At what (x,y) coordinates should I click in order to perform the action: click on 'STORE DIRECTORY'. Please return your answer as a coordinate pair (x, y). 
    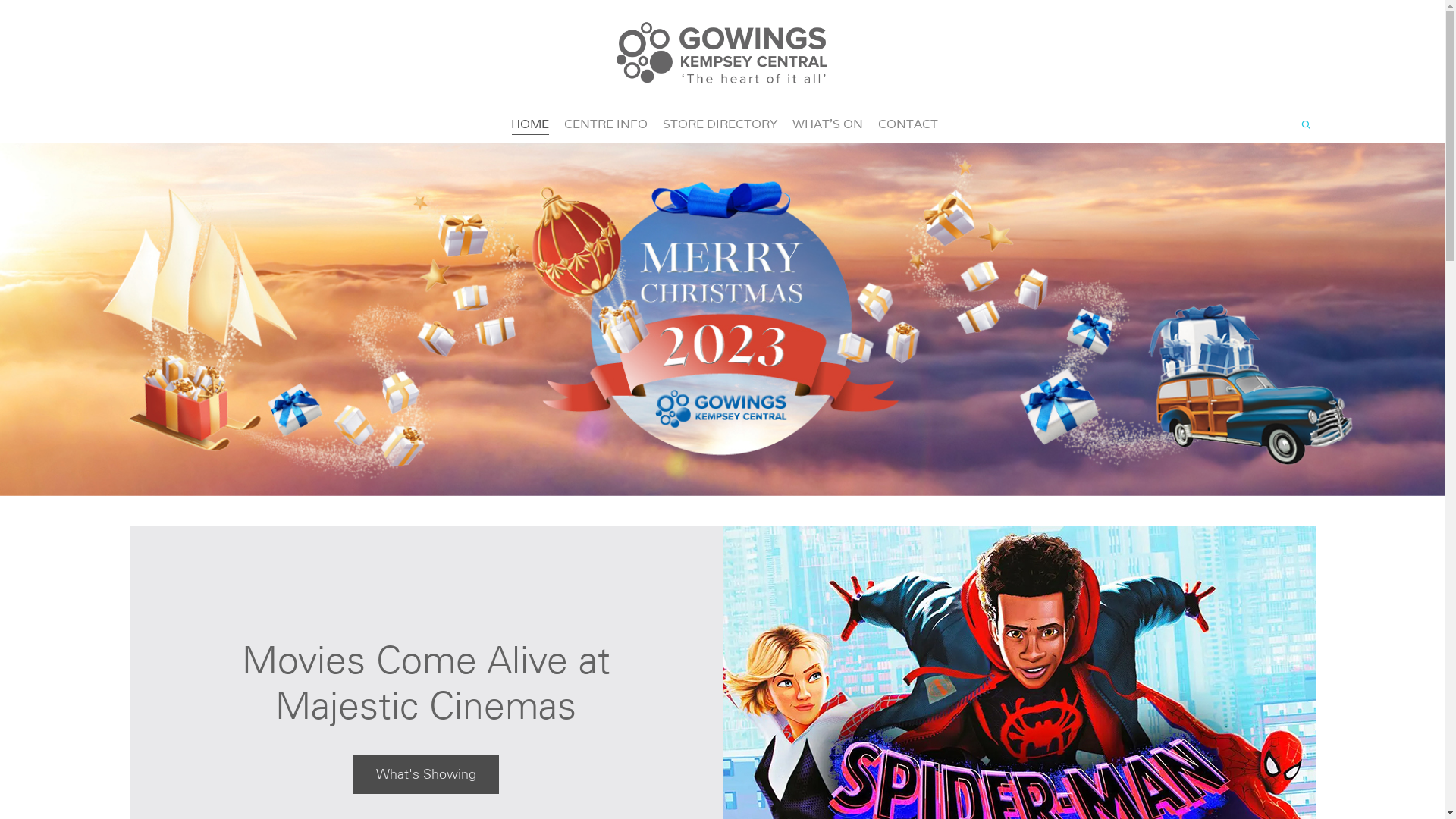
    Looking at the image, I should click on (719, 124).